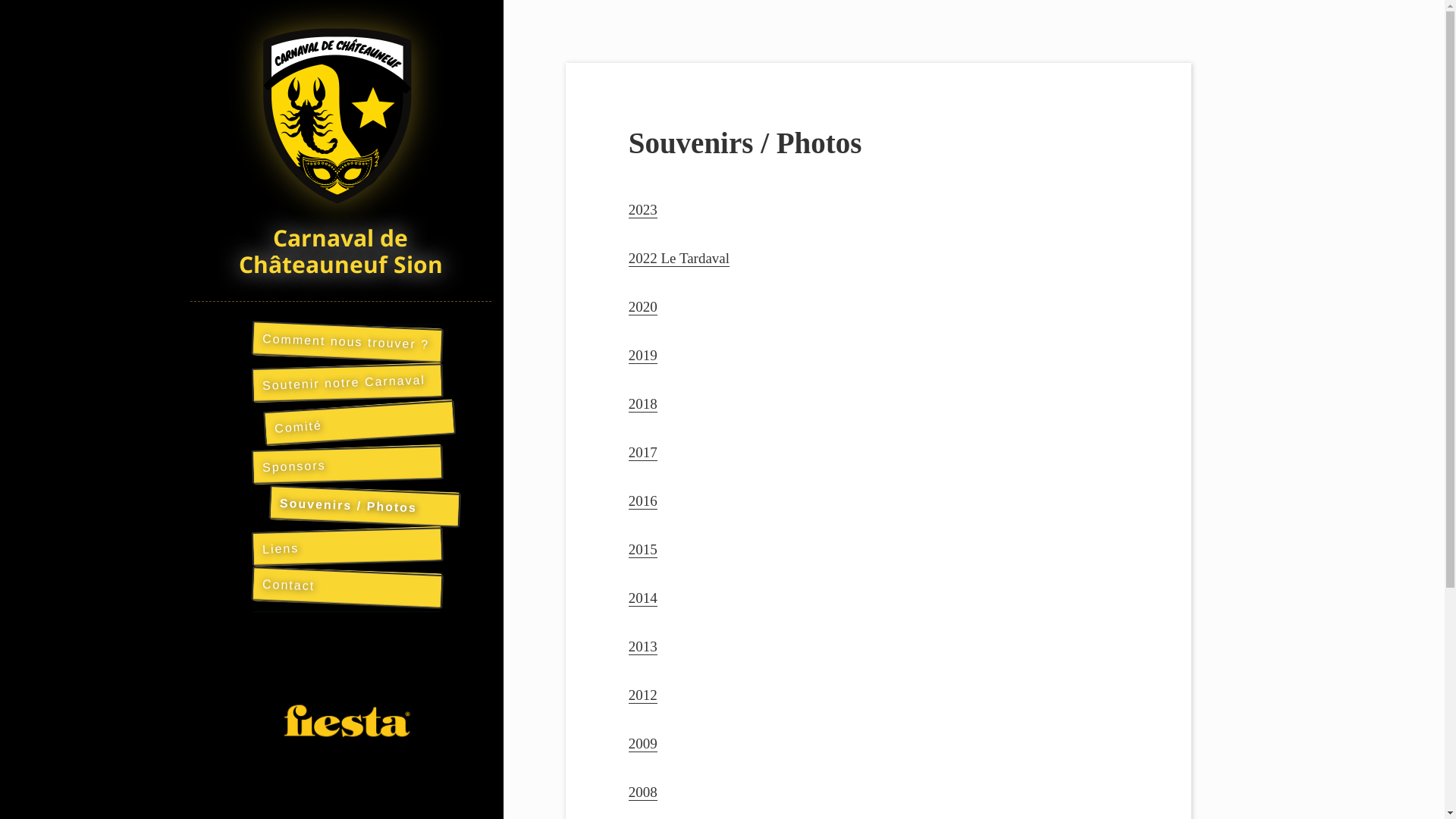 The image size is (1456, 819). Describe the element at coordinates (643, 452) in the screenshot. I see `'2017'` at that location.